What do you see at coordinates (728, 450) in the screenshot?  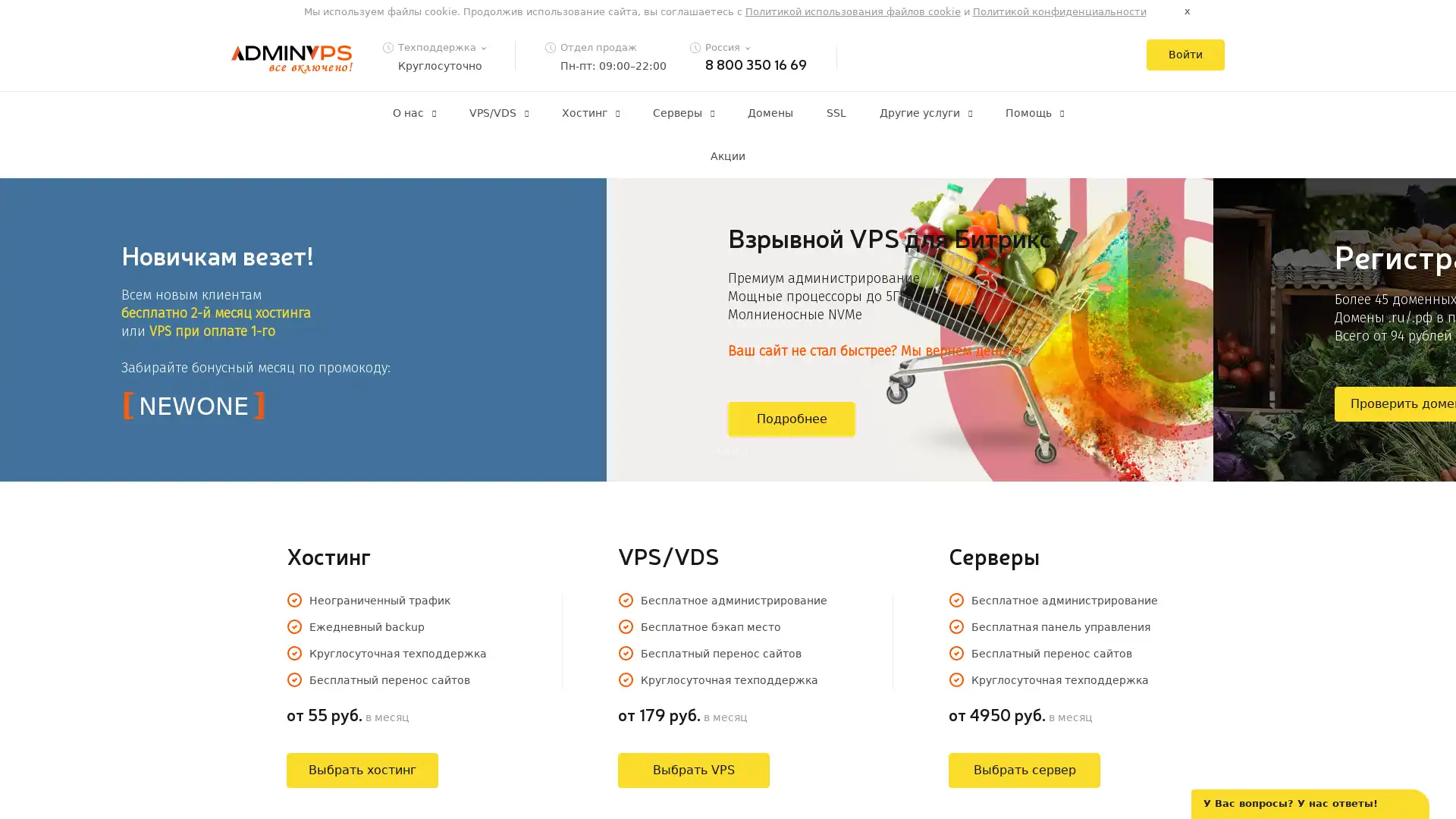 I see `3` at bounding box center [728, 450].